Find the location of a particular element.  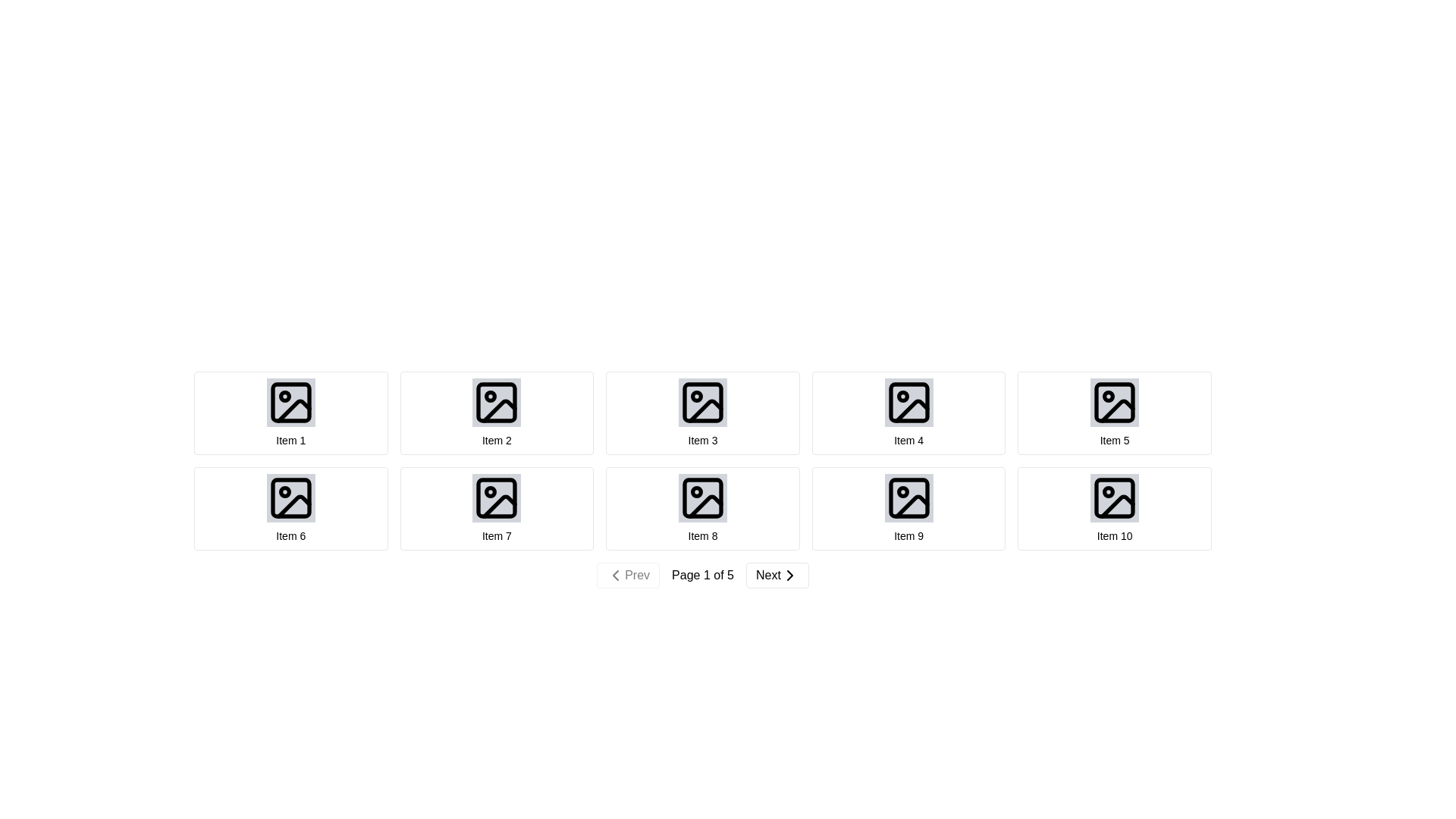

graphic details of the SVG image placeholder icon located in 'Item 3', which features a rectangular frame with rounded corners and a diagonal line, found in the first row, third column of the grid layout is located at coordinates (701, 402).